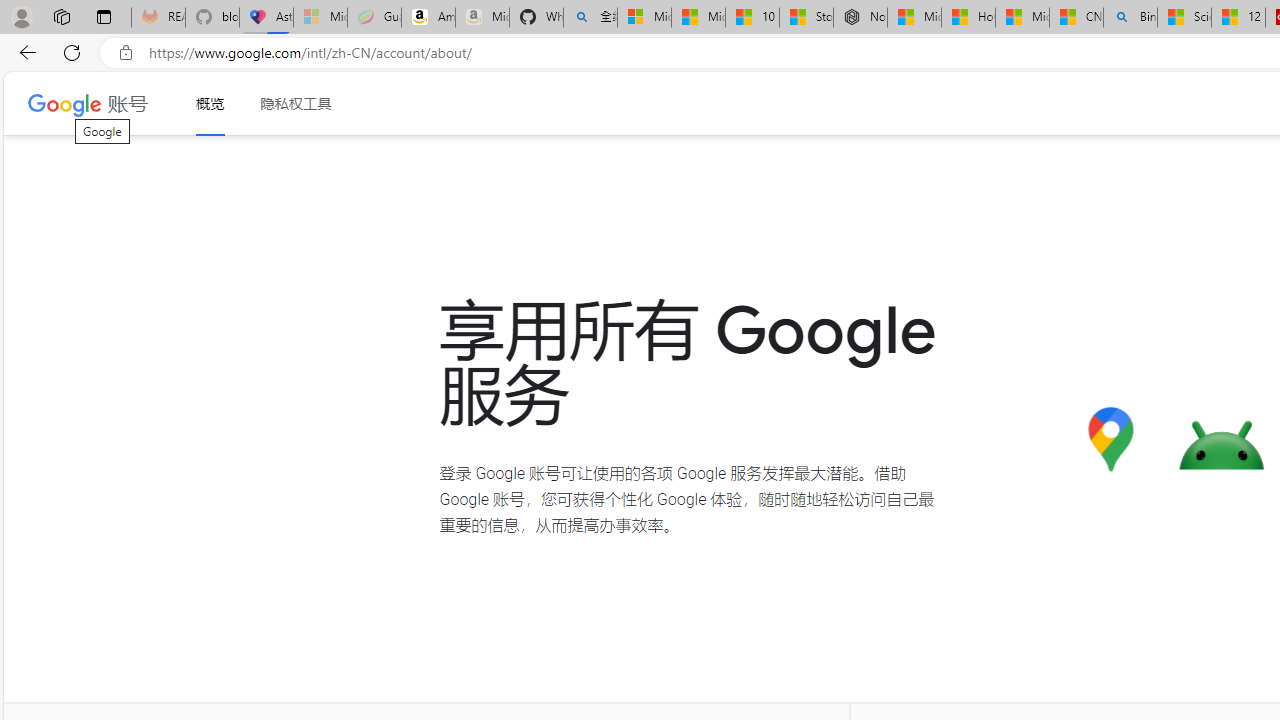 The height and width of the screenshot is (720, 1280). I want to click on 'CNN - MSN', so click(1075, 17).